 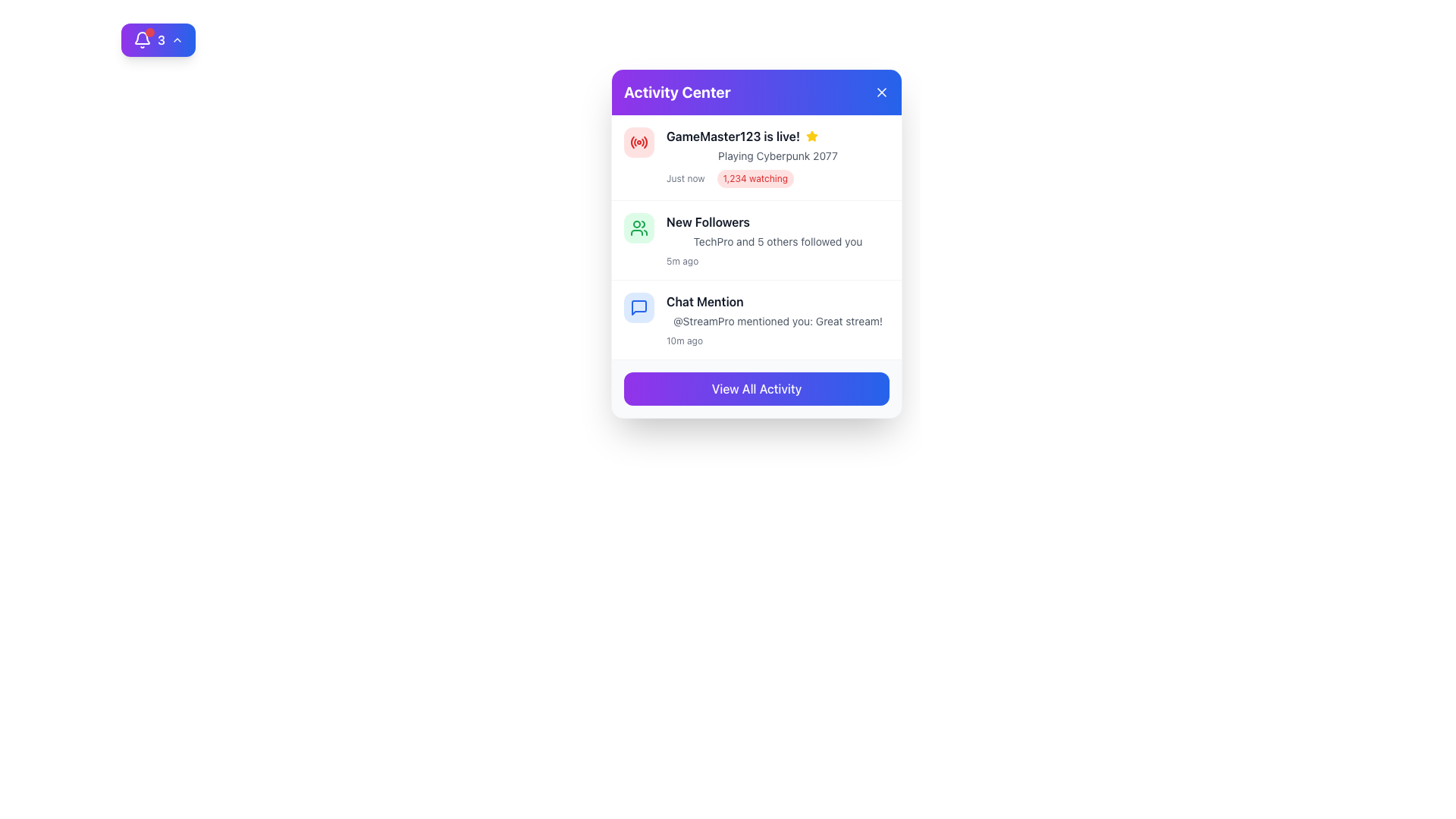 I want to click on the text label that states 'TechPro and 5 others followed you', which is styled in light gray and located in the 'New Followers' section of the 'Activity Center' dialog, so click(x=778, y=241).